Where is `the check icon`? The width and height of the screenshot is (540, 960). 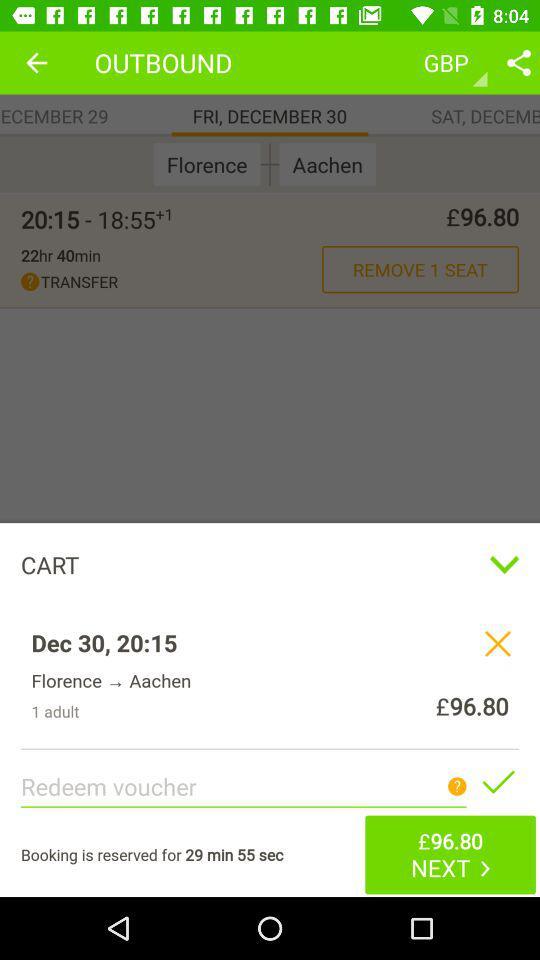 the check icon is located at coordinates (496, 781).